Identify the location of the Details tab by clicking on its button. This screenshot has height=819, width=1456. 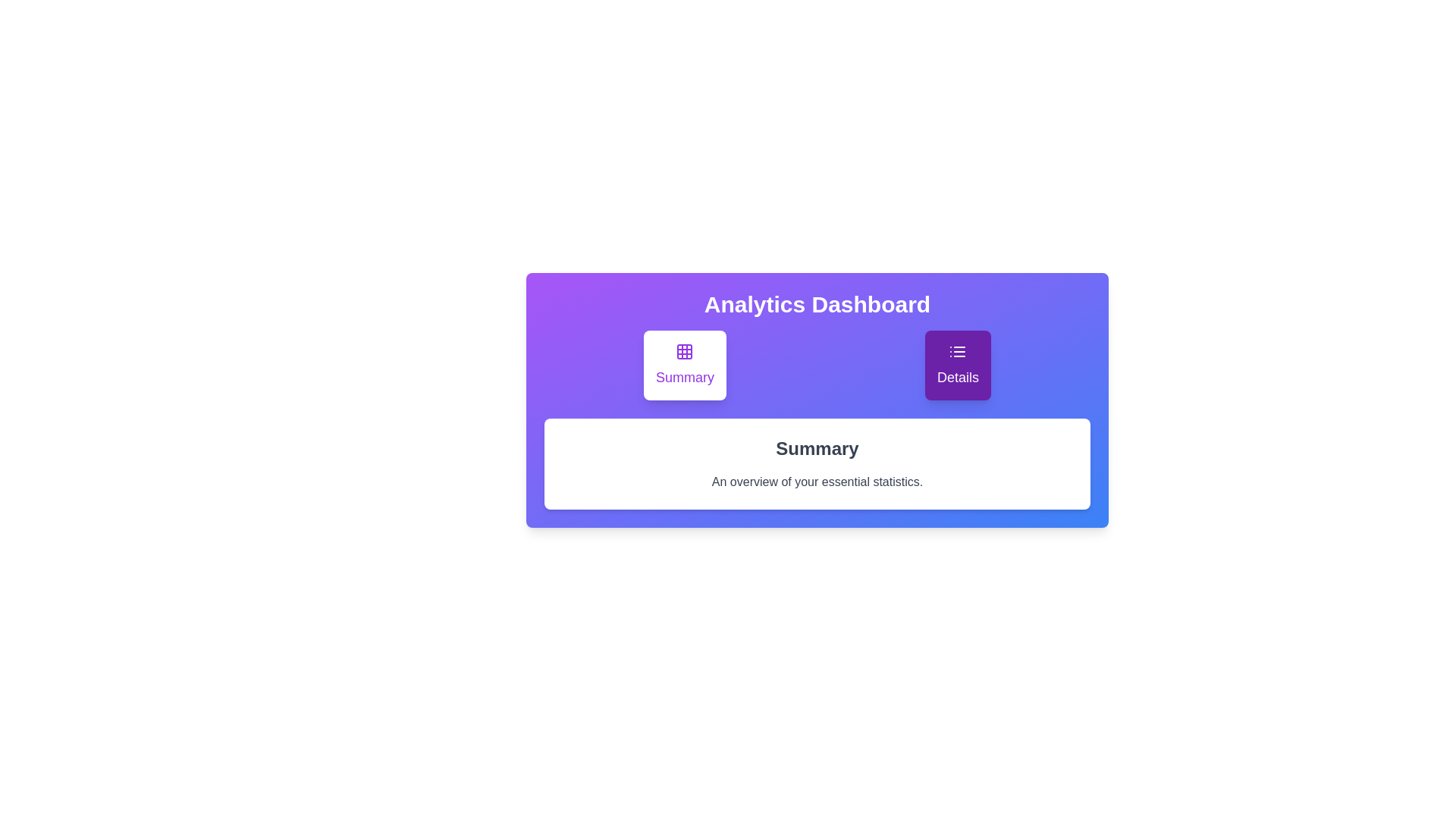
(957, 366).